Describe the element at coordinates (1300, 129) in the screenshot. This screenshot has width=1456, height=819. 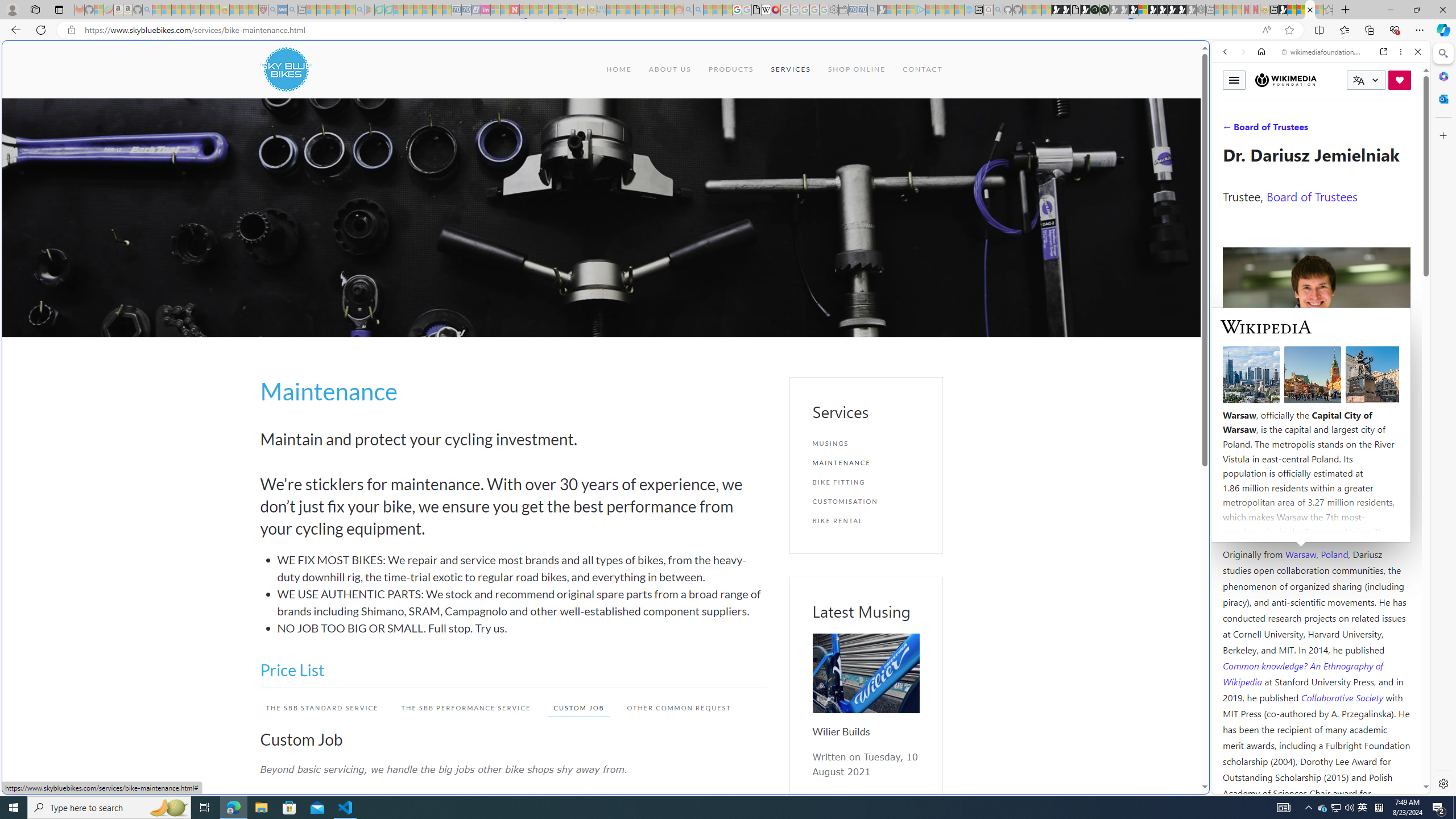
I see `'Search Filter, VIDEOS'` at that location.